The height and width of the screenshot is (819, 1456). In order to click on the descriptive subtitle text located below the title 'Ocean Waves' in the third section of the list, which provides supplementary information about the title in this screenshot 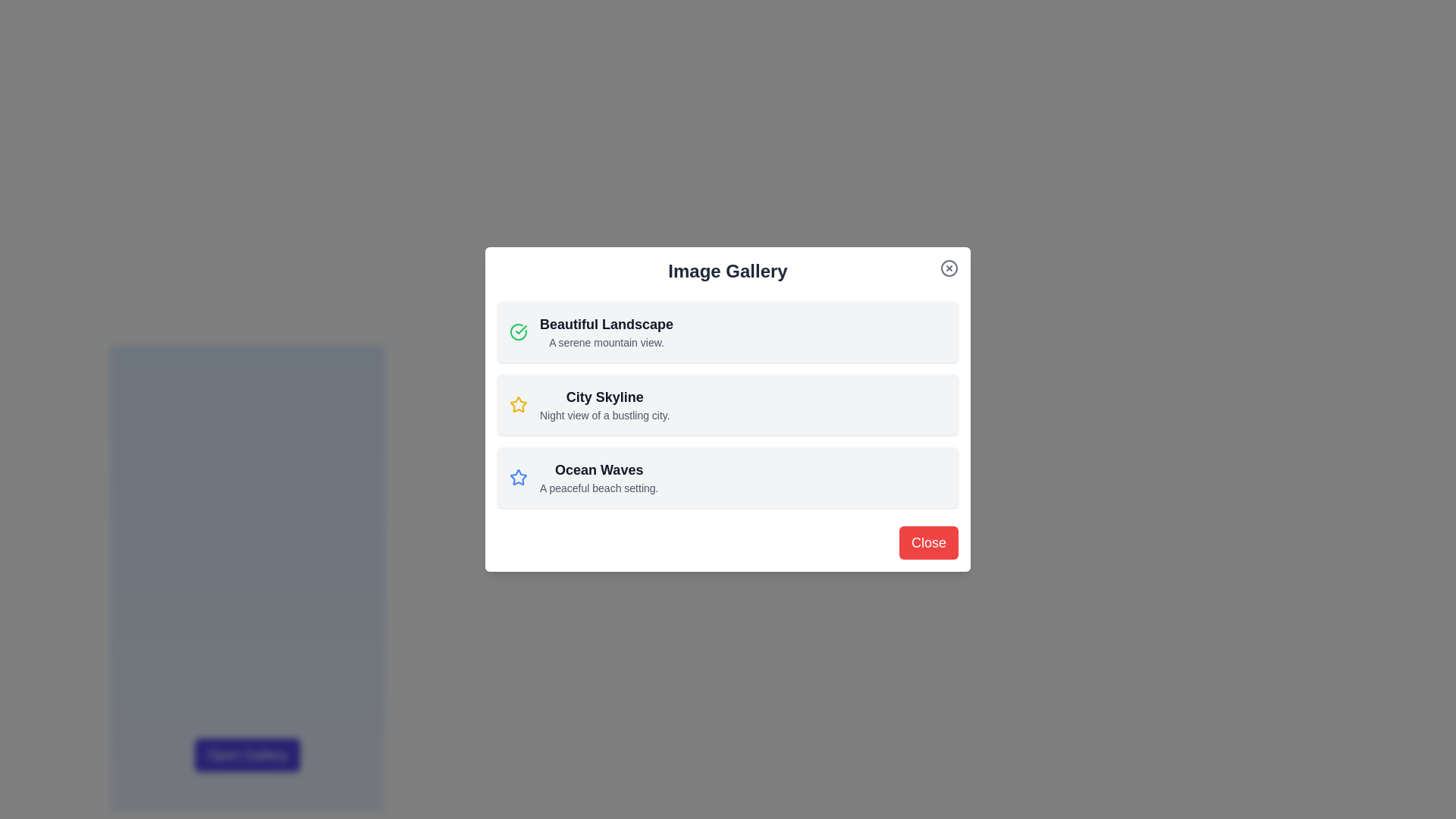, I will do `click(598, 488)`.